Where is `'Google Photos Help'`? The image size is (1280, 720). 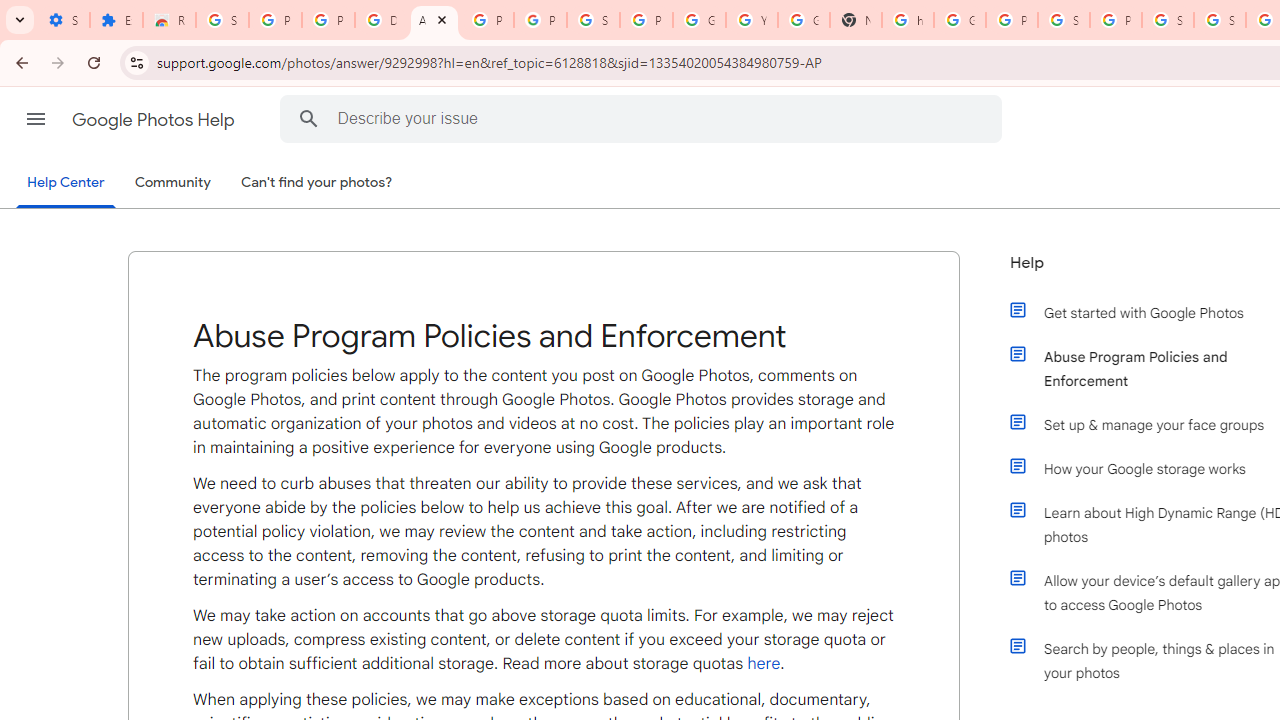
'Google Photos Help' is located at coordinates (154, 119).